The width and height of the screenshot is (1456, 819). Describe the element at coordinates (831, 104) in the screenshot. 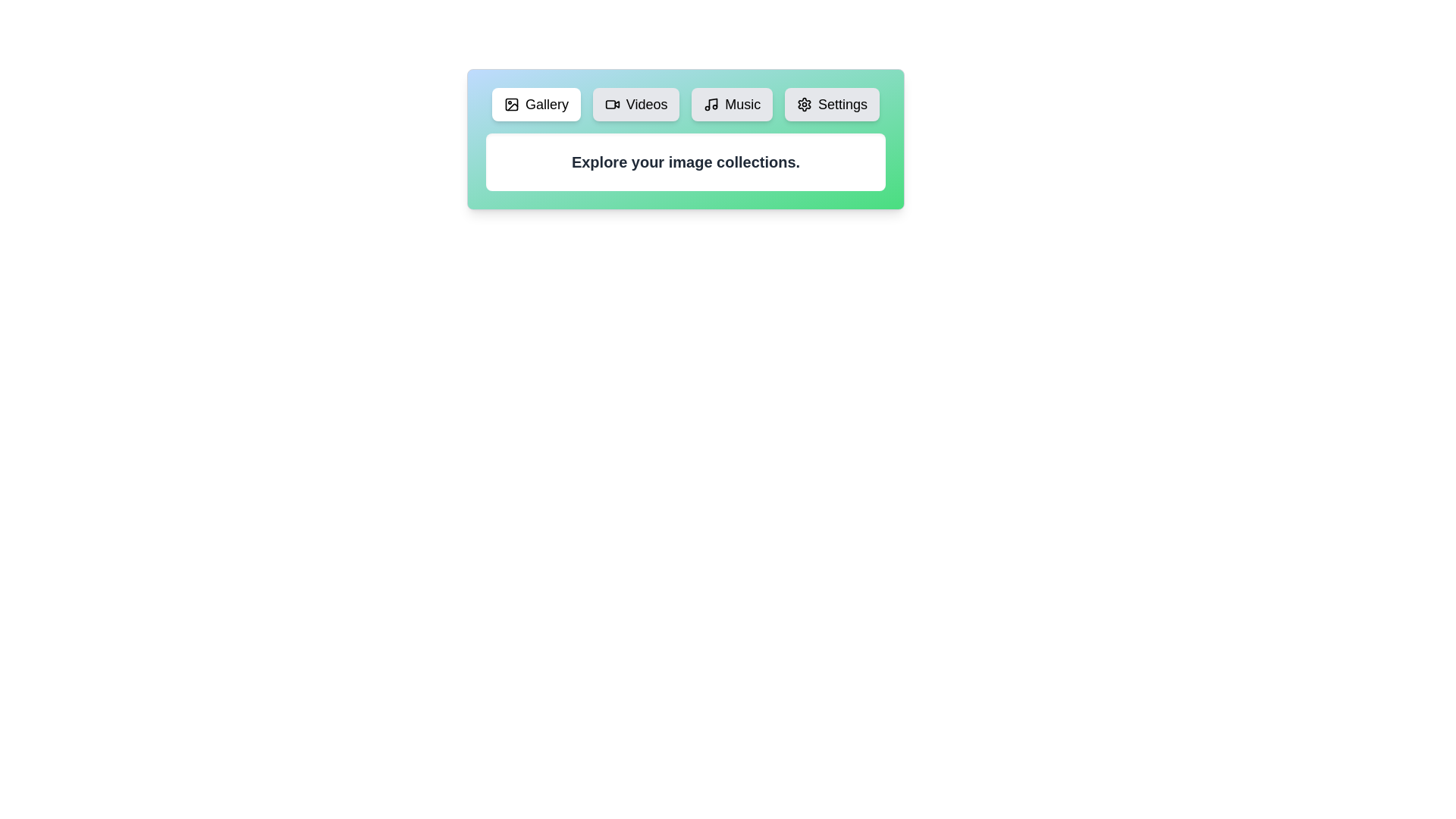

I see `the tab labeled Settings to examine its icon and label` at that location.